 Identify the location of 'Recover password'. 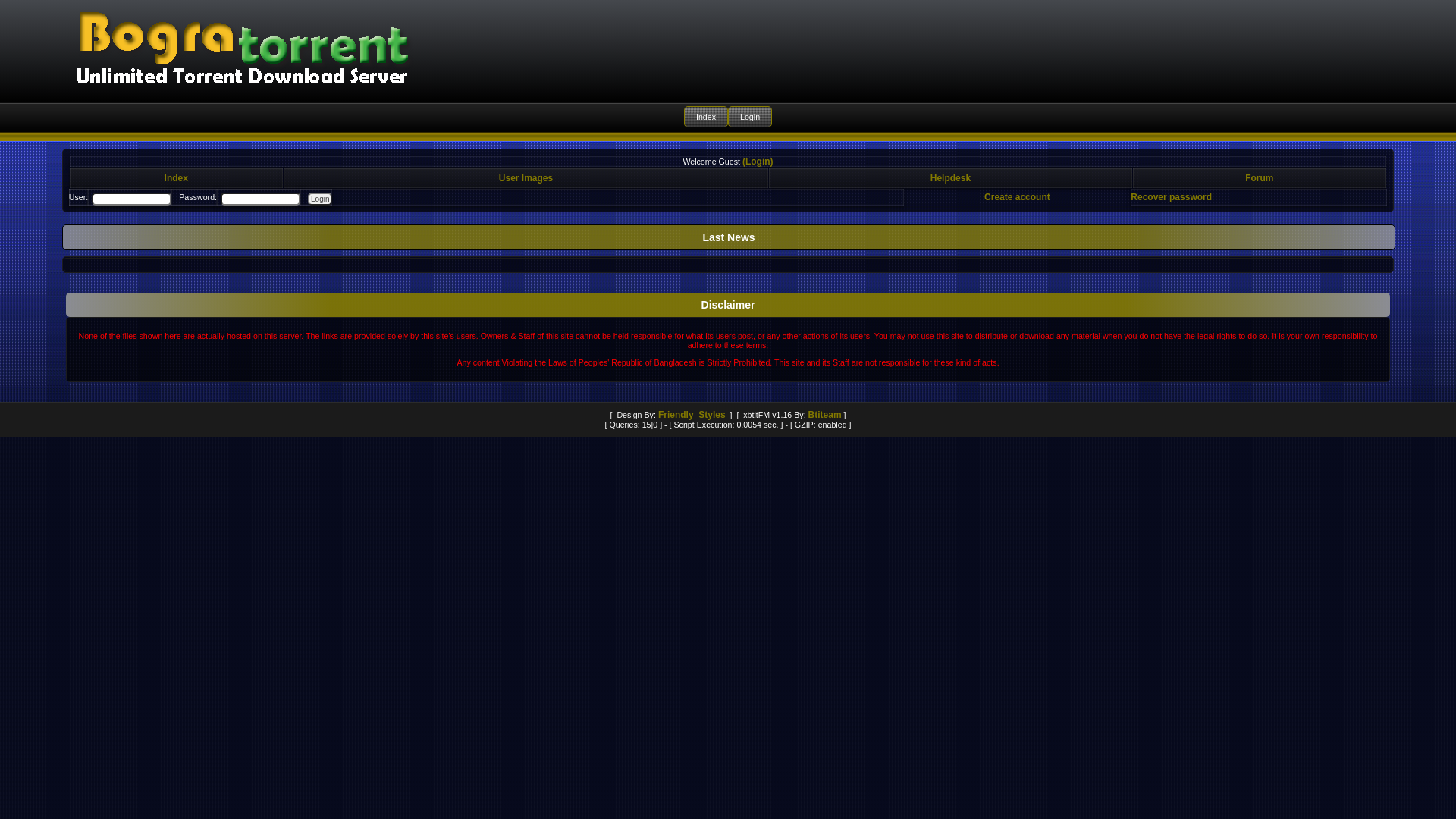
(1170, 196).